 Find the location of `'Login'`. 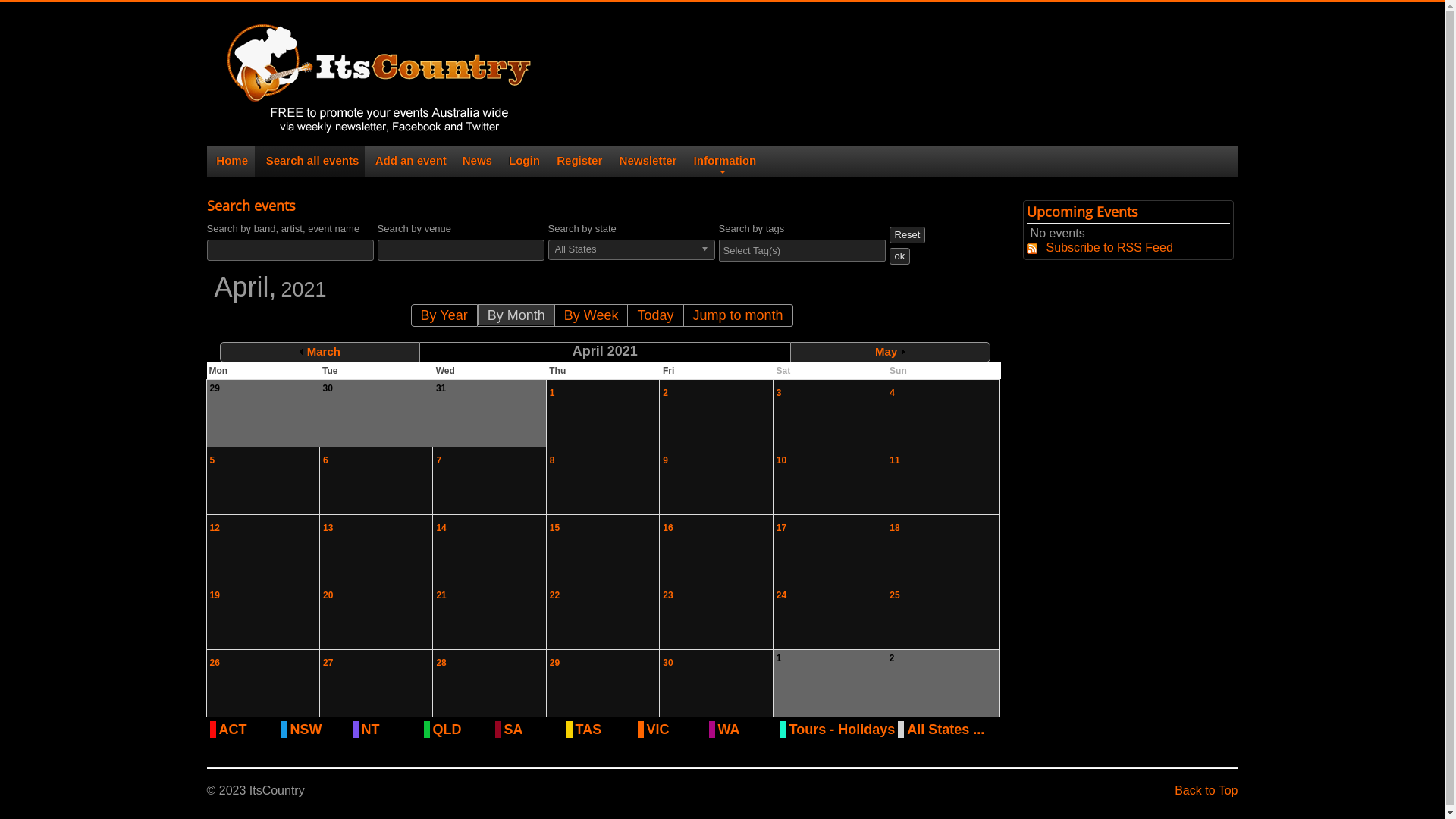

'Login' is located at coordinates (522, 161).